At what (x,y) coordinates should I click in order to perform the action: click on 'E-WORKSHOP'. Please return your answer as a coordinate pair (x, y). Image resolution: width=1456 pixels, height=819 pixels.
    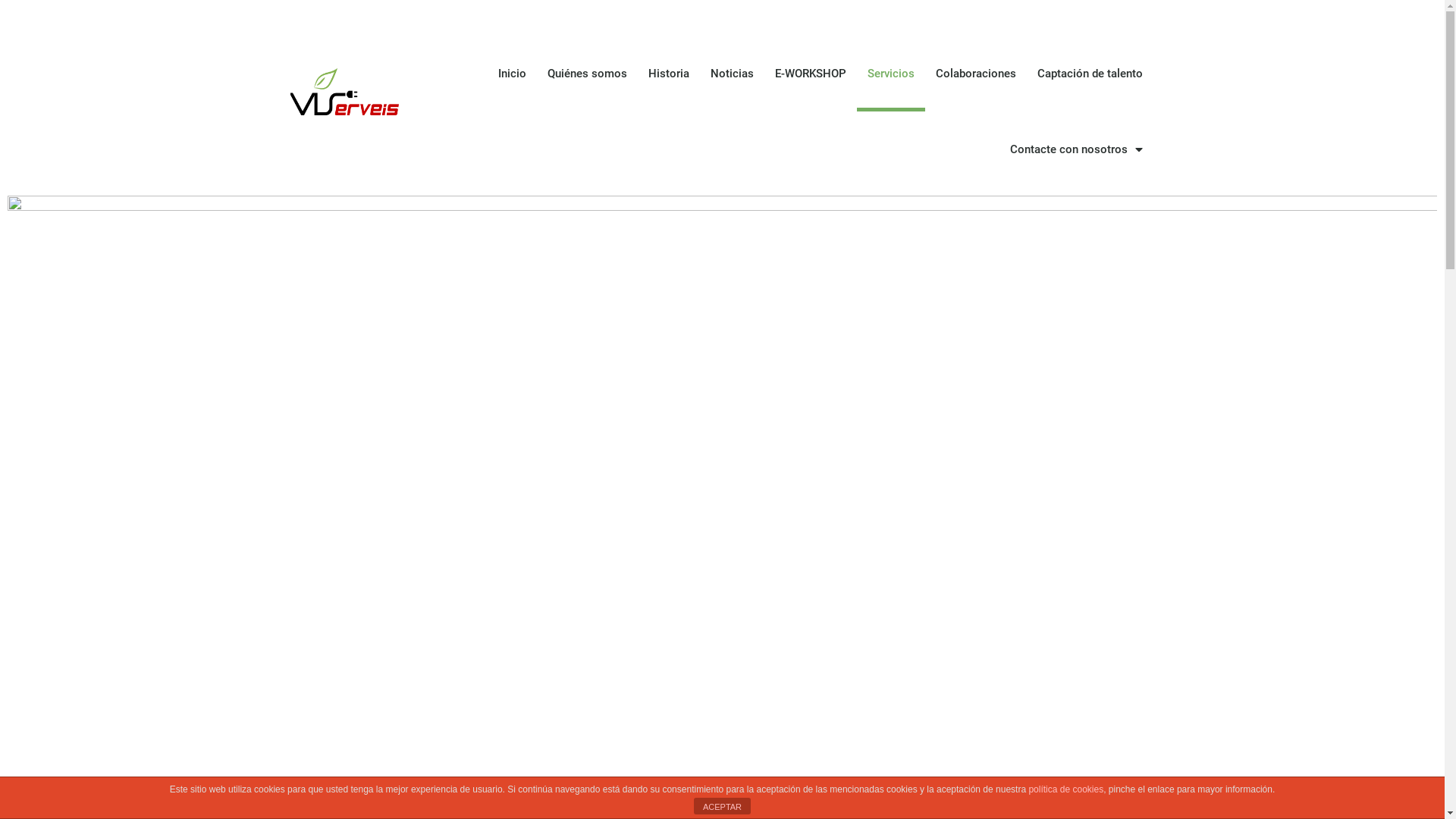
    Looking at the image, I should click on (810, 73).